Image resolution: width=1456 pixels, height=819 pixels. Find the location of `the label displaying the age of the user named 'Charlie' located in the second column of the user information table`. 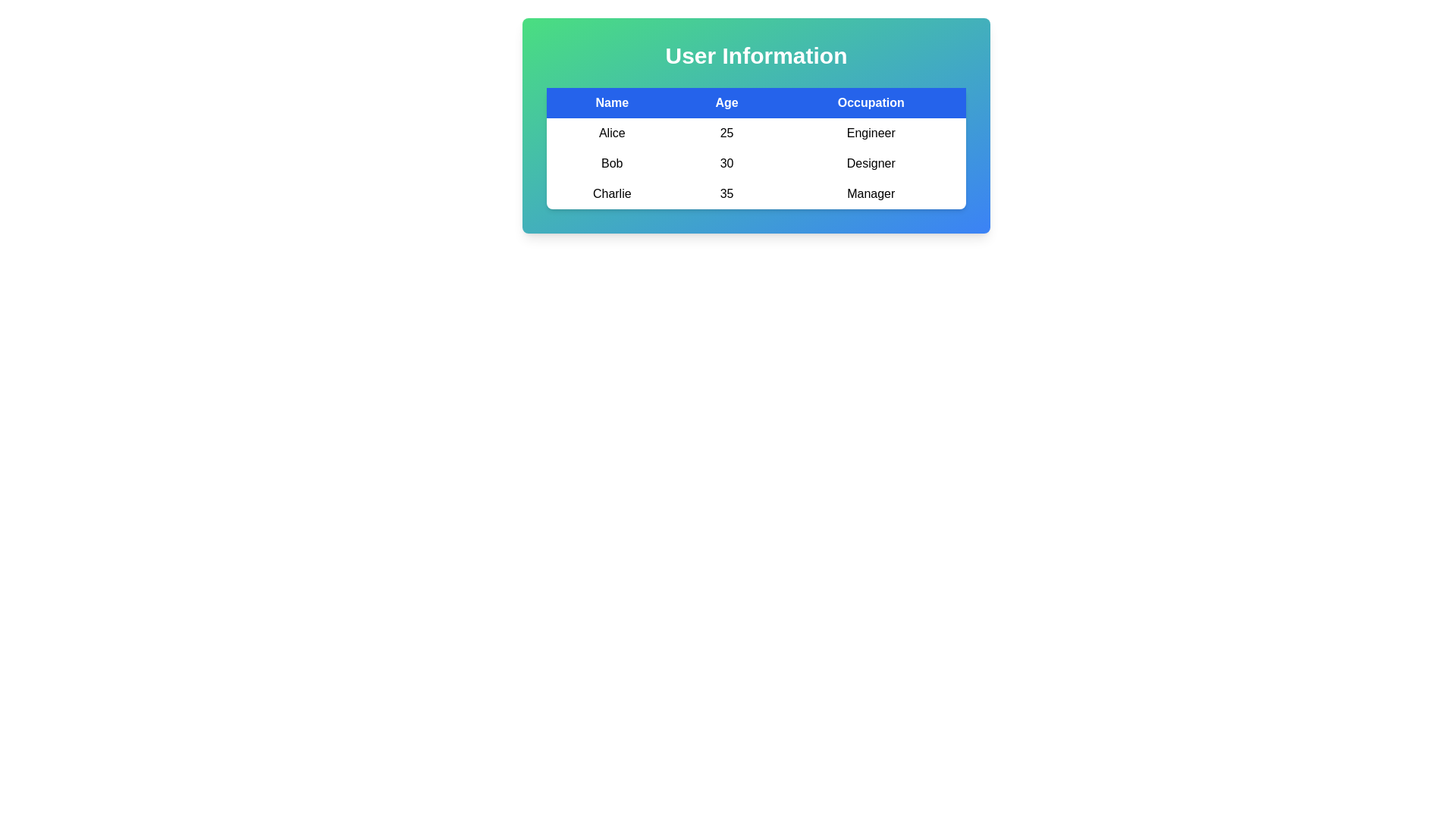

the label displaying the age of the user named 'Charlie' located in the second column of the user information table is located at coordinates (726, 193).